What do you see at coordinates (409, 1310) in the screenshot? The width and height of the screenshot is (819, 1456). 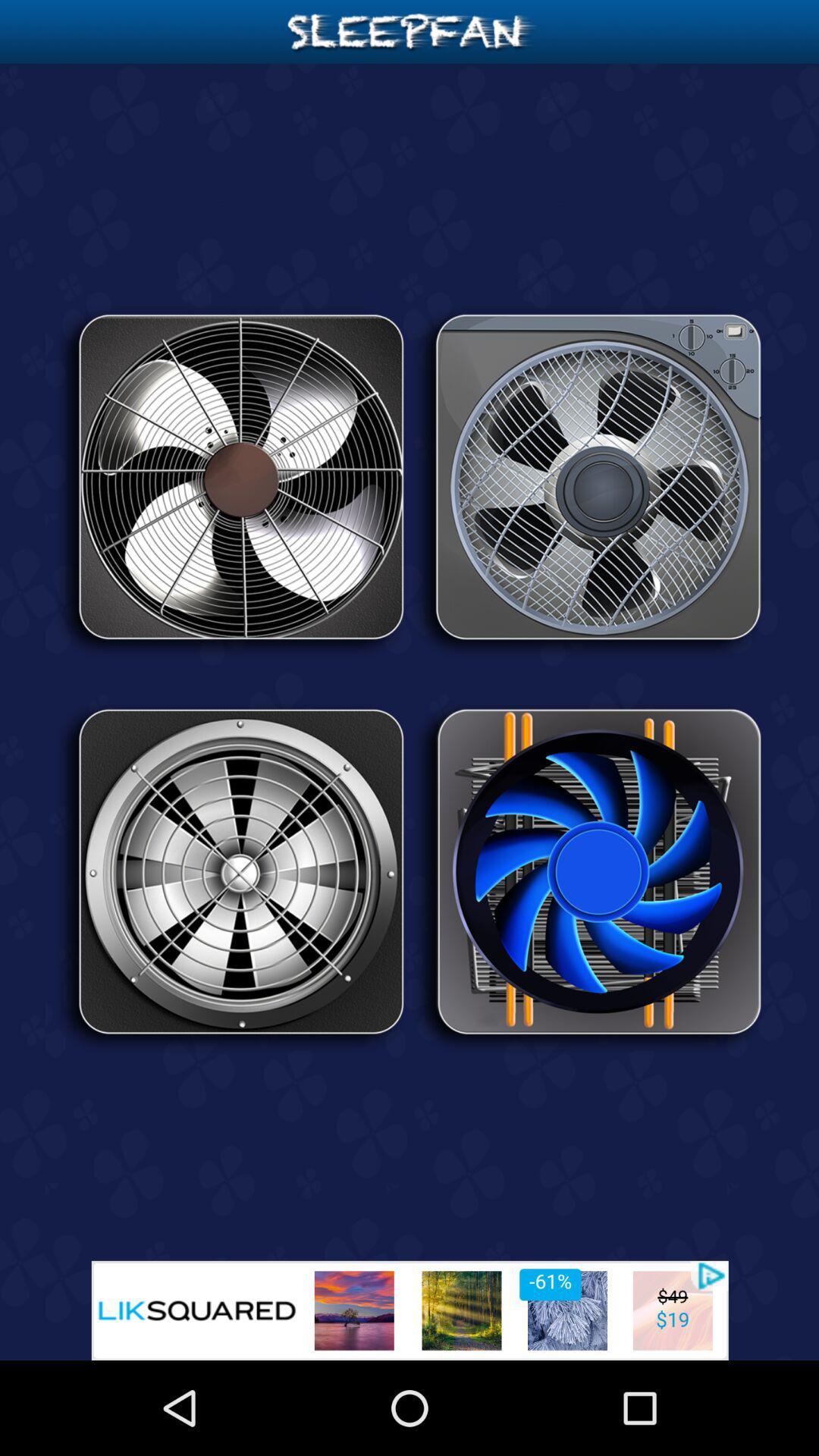 I see `open advertisement` at bounding box center [409, 1310].